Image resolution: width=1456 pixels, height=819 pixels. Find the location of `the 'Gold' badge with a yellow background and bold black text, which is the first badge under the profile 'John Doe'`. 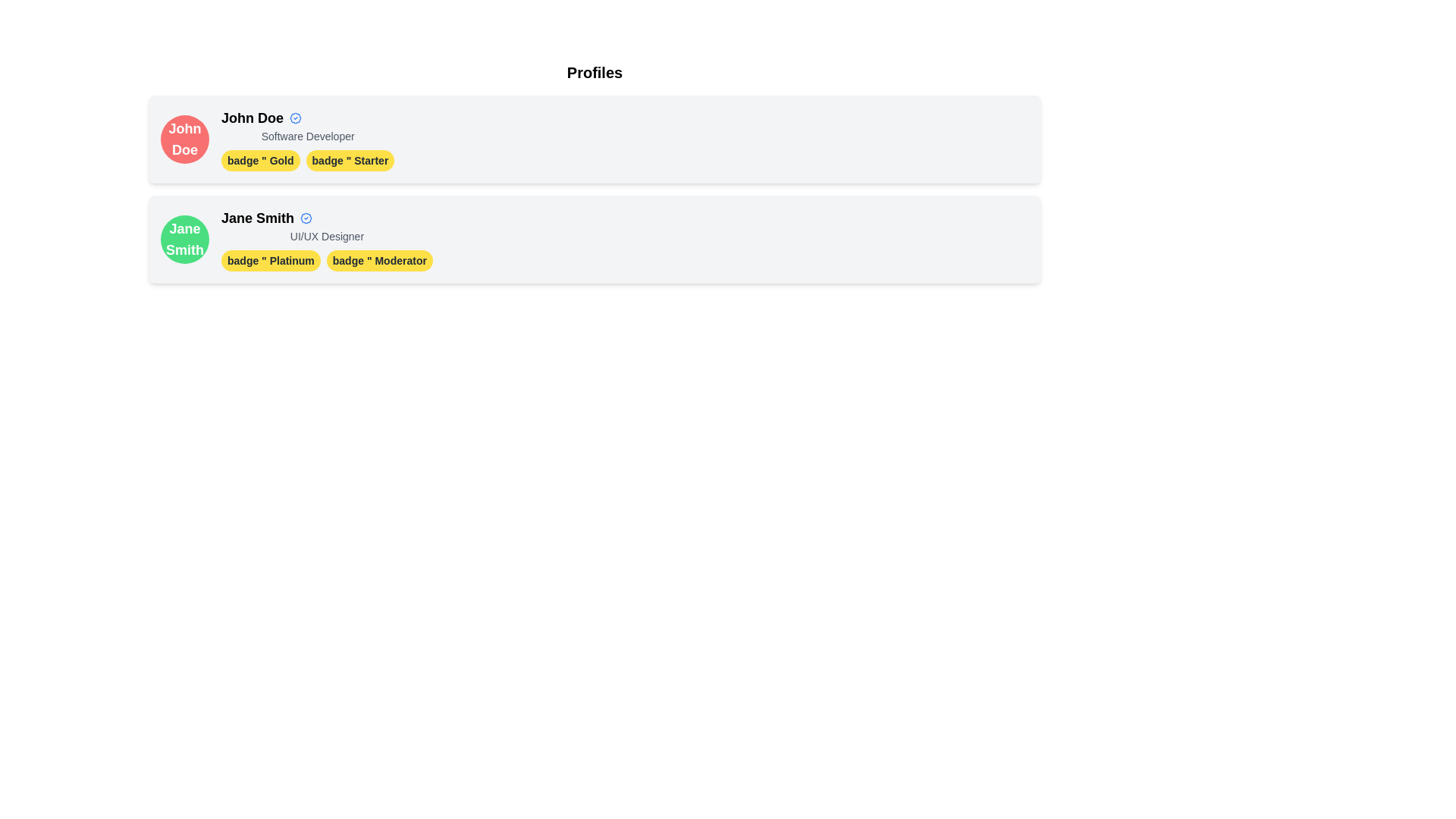

the 'Gold' badge with a yellow background and bold black text, which is the first badge under the profile 'John Doe' is located at coordinates (260, 161).